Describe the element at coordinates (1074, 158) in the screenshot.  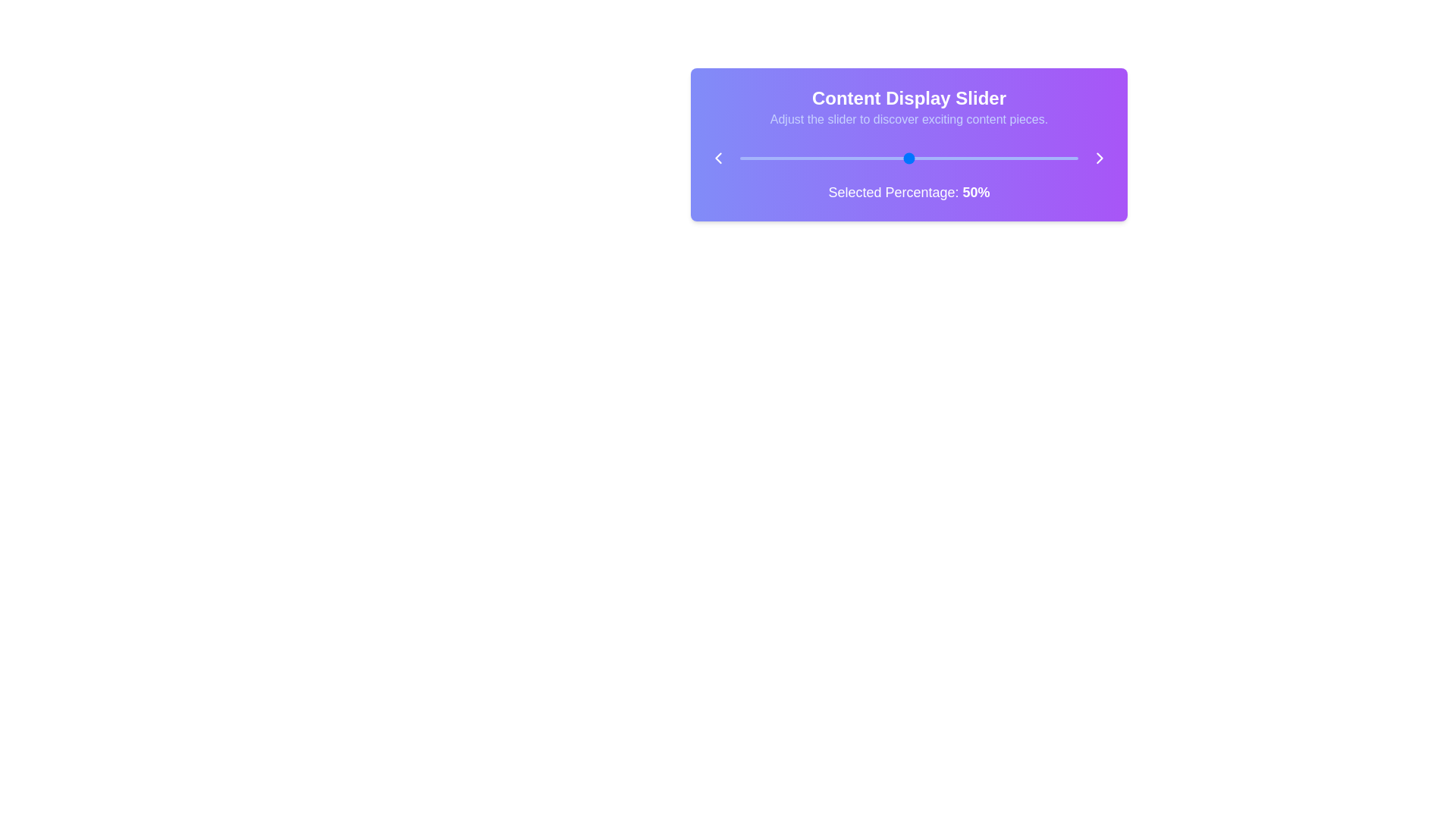
I see `the slider to set the percentage to 99%` at that location.